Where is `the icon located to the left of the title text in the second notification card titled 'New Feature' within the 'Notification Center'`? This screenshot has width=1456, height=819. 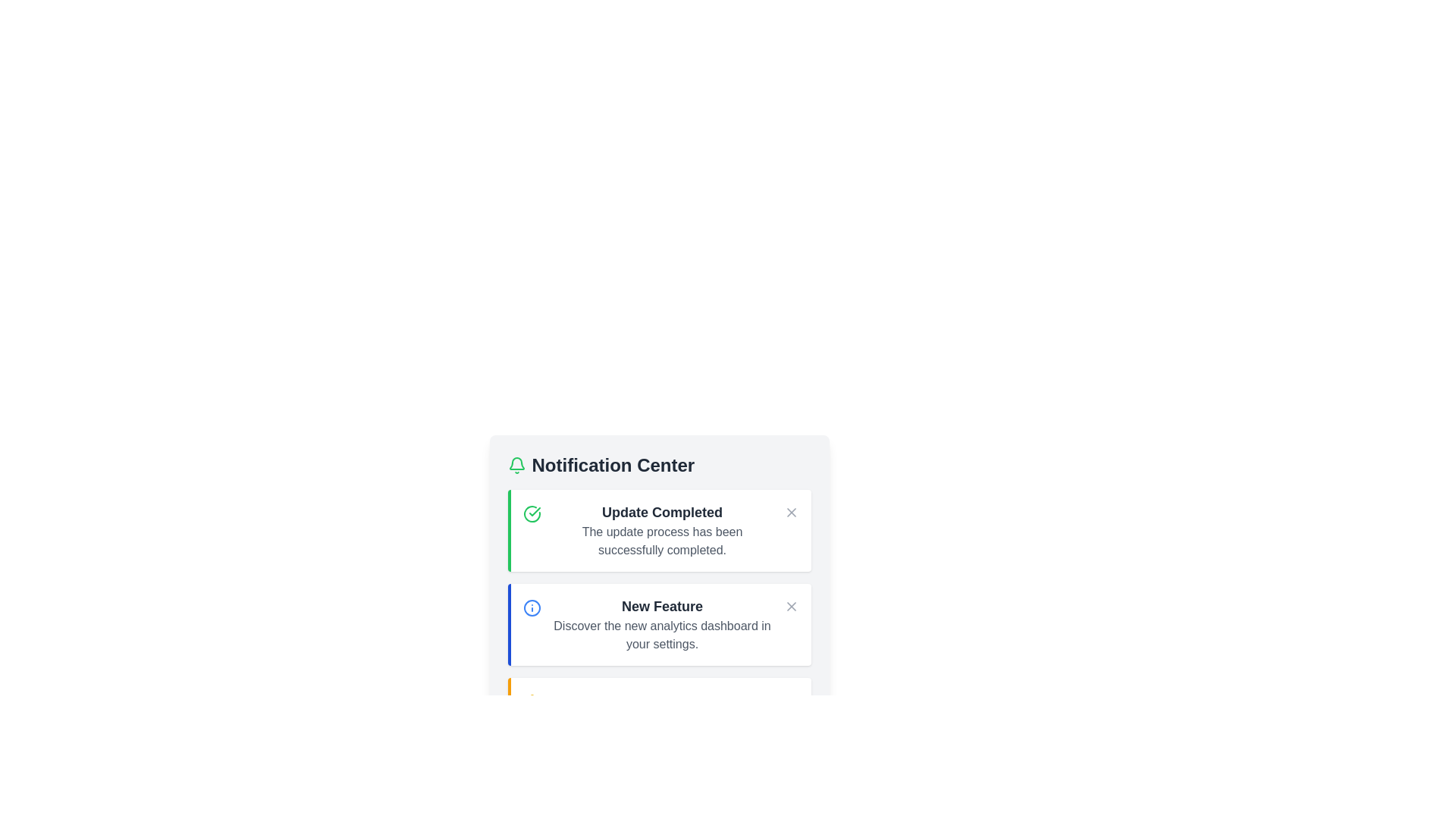 the icon located to the left of the title text in the second notification card titled 'New Feature' within the 'Notification Center' is located at coordinates (532, 607).